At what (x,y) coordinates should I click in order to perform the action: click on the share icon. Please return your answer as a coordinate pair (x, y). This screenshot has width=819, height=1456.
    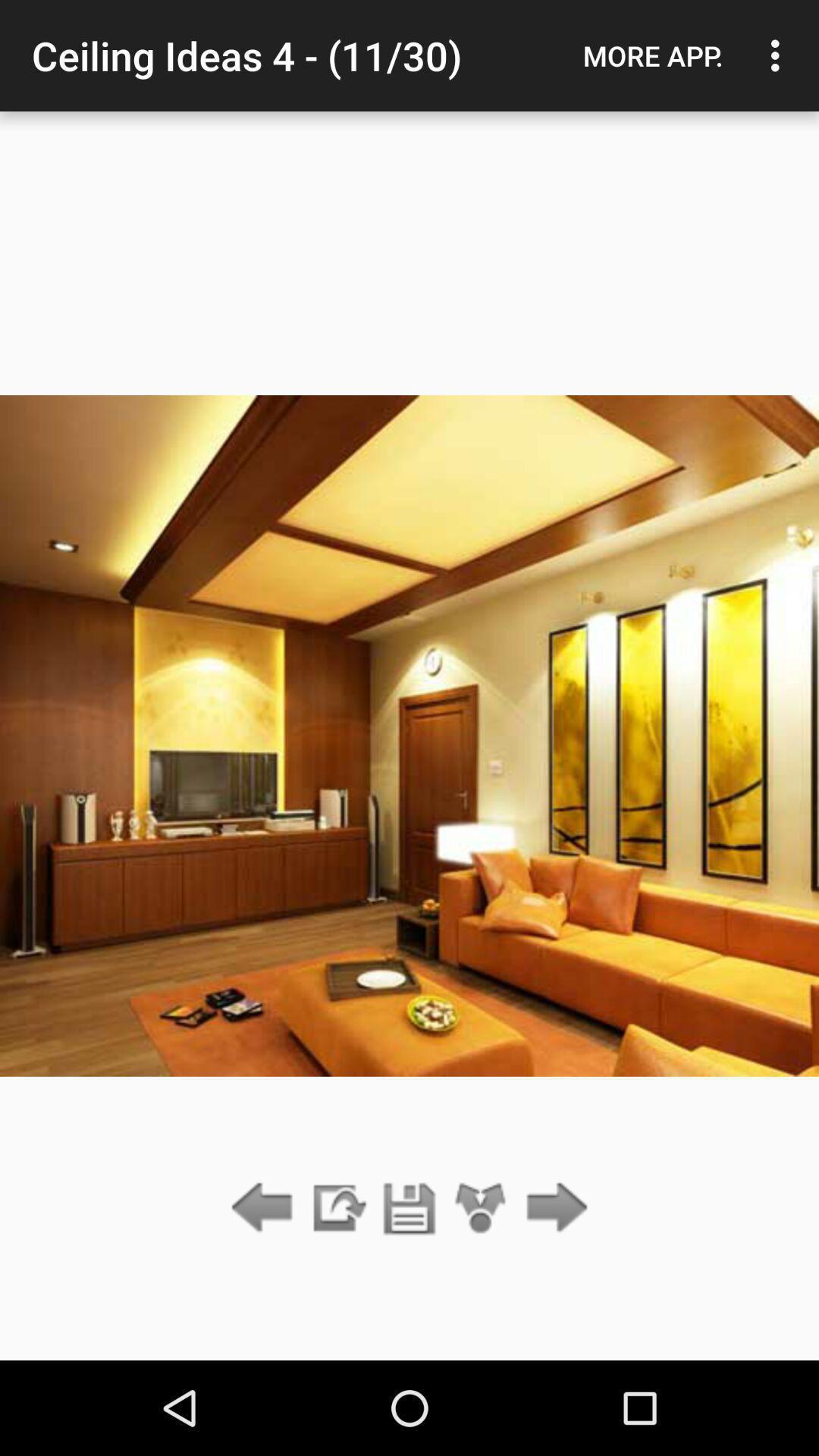
    Looking at the image, I should click on (481, 1208).